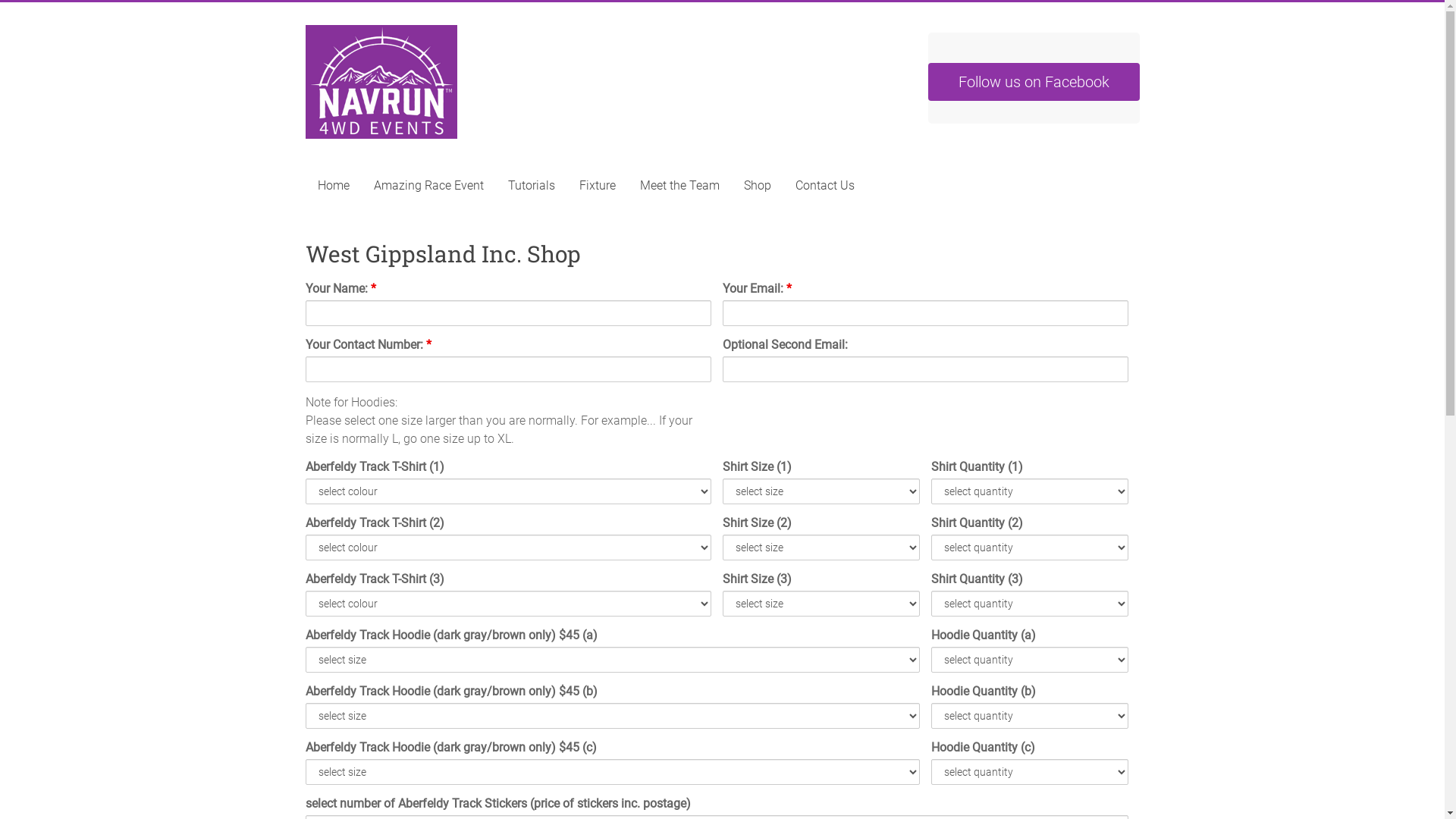  I want to click on 'Navrun 4wd Events', so click(304, 75).